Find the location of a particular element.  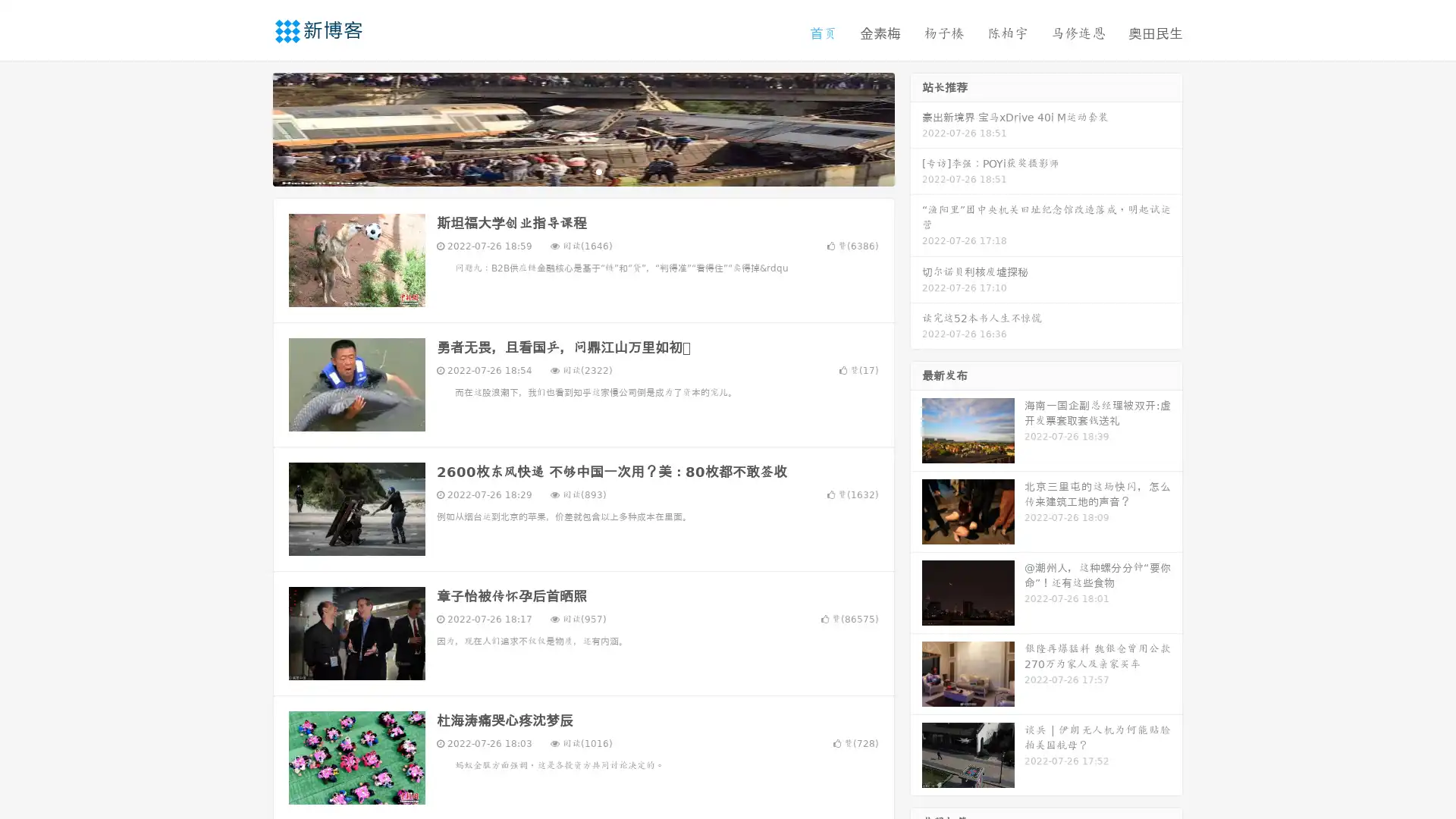

Go to slide 3 is located at coordinates (598, 171).